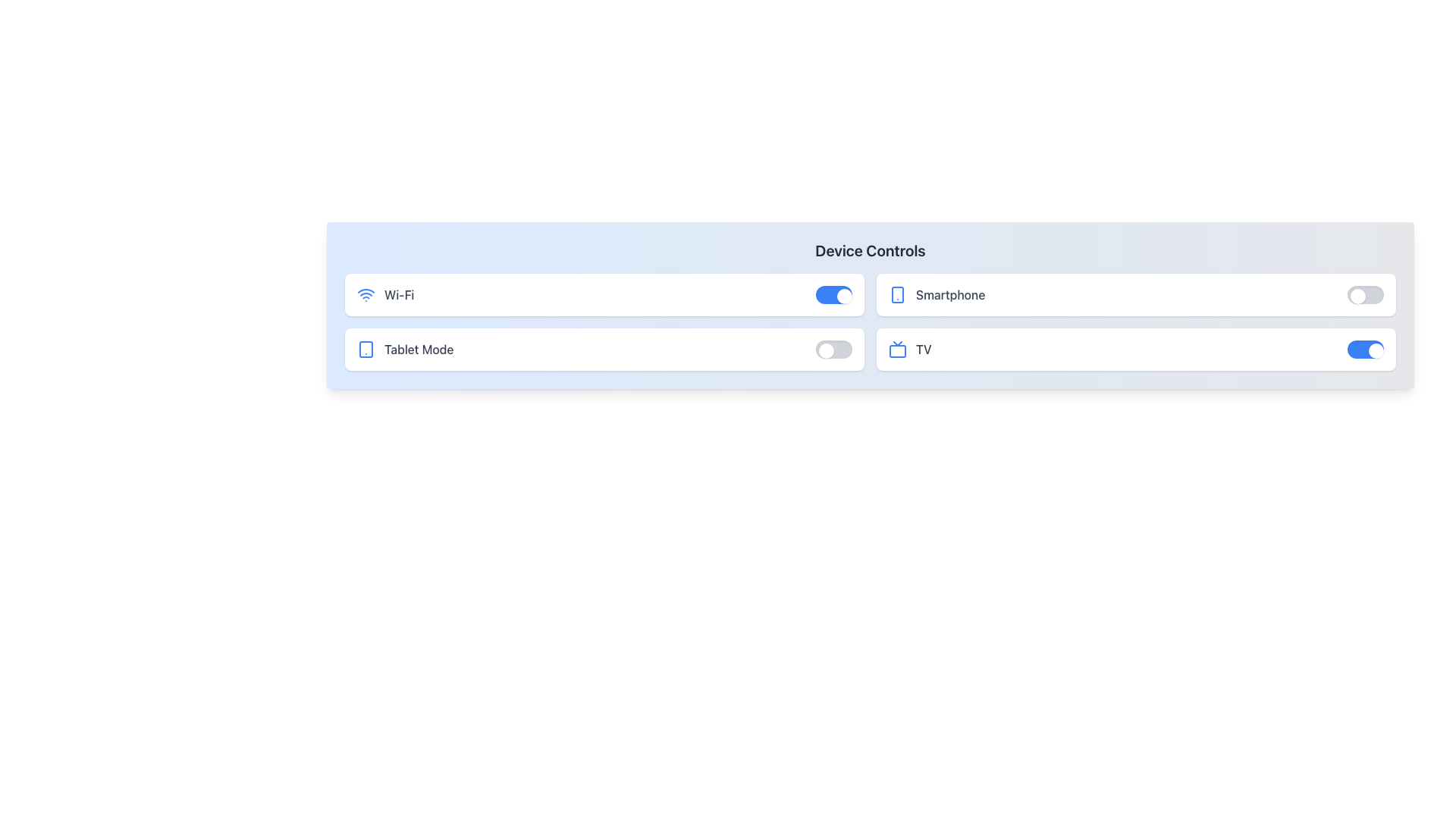 This screenshot has width=1456, height=819. Describe the element at coordinates (366, 295) in the screenshot. I see `the Wi-Fi icon located on the left side of the 'Wi-Fi' control section in the list interface` at that location.